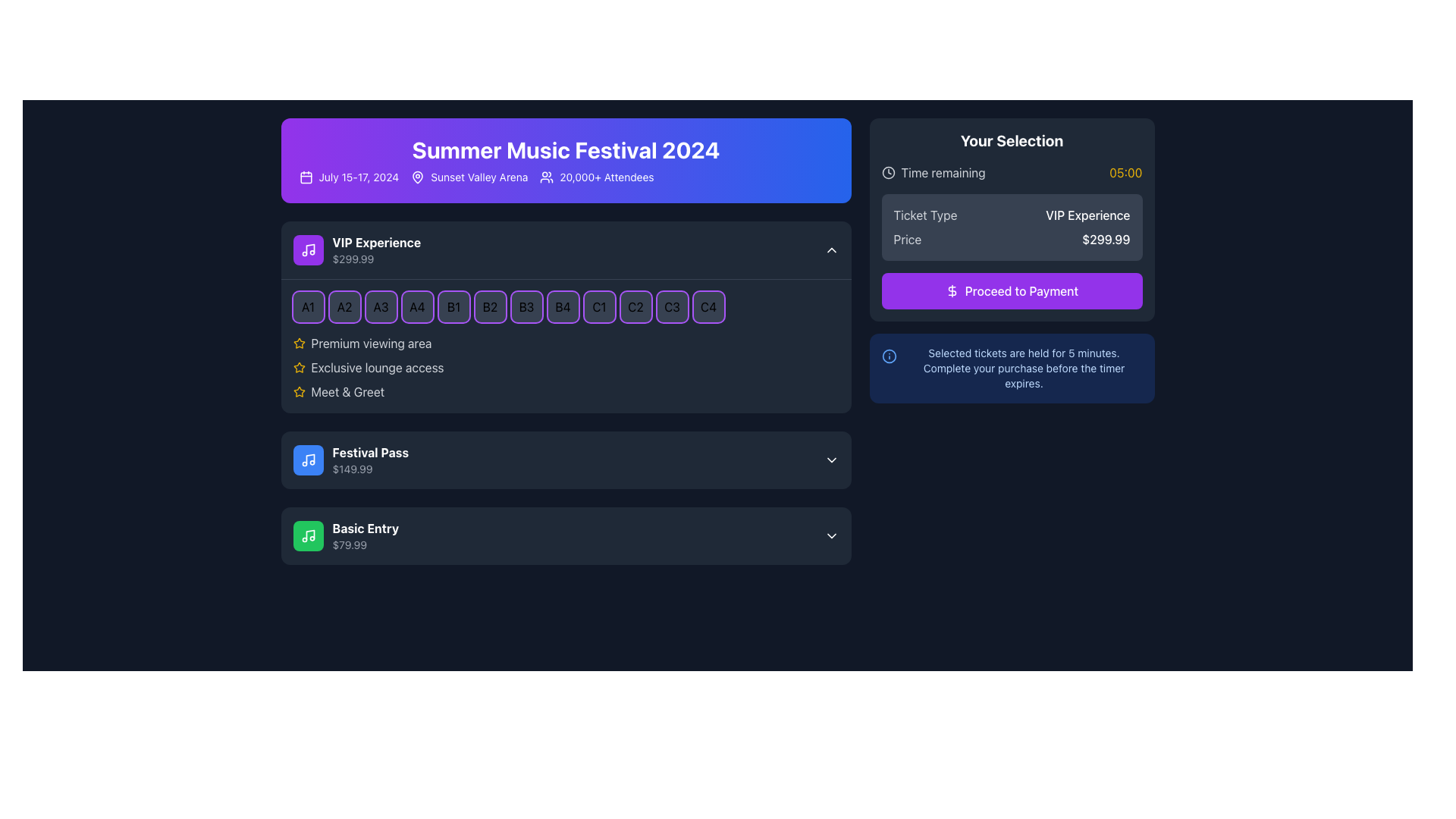  Describe the element at coordinates (305, 177) in the screenshot. I see `the calendar icon located to the left of the text 'July 15-17, 2024'` at that location.